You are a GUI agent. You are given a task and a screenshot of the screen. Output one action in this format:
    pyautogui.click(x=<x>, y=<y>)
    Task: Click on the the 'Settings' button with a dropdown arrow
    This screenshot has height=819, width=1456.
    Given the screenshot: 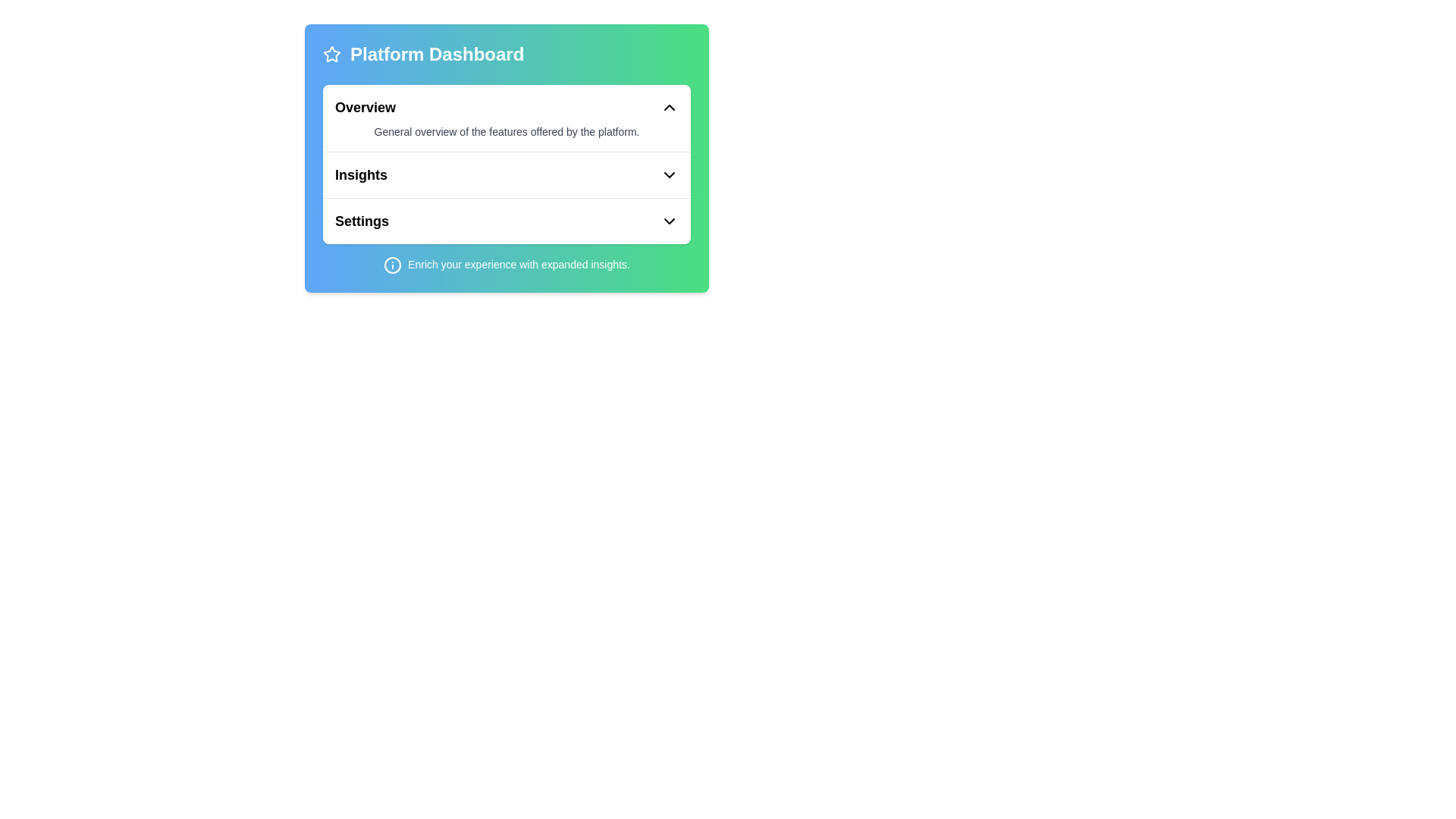 What is the action you would take?
    pyautogui.click(x=507, y=221)
    